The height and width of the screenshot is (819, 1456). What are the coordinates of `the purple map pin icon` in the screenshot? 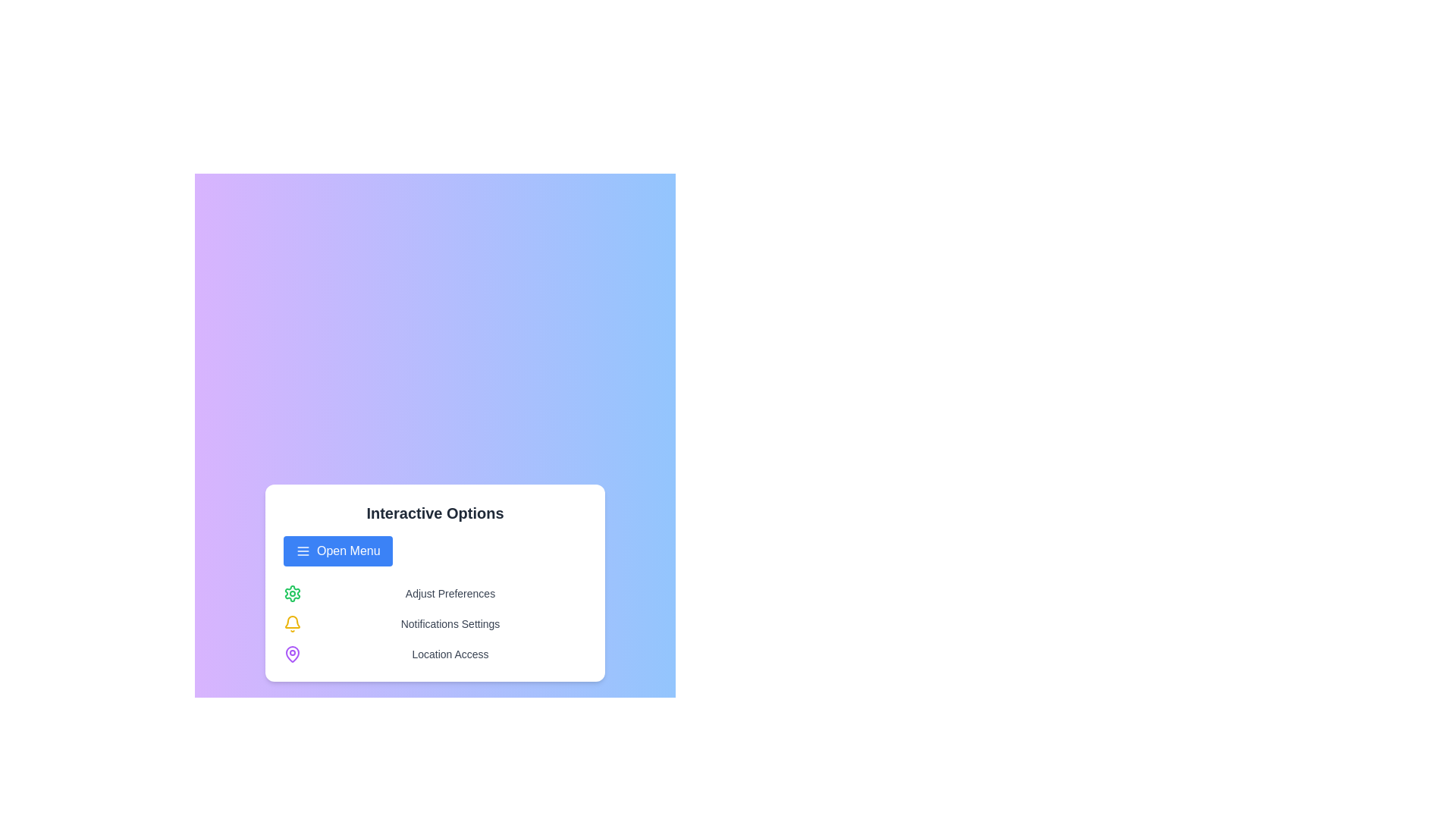 It's located at (292, 652).